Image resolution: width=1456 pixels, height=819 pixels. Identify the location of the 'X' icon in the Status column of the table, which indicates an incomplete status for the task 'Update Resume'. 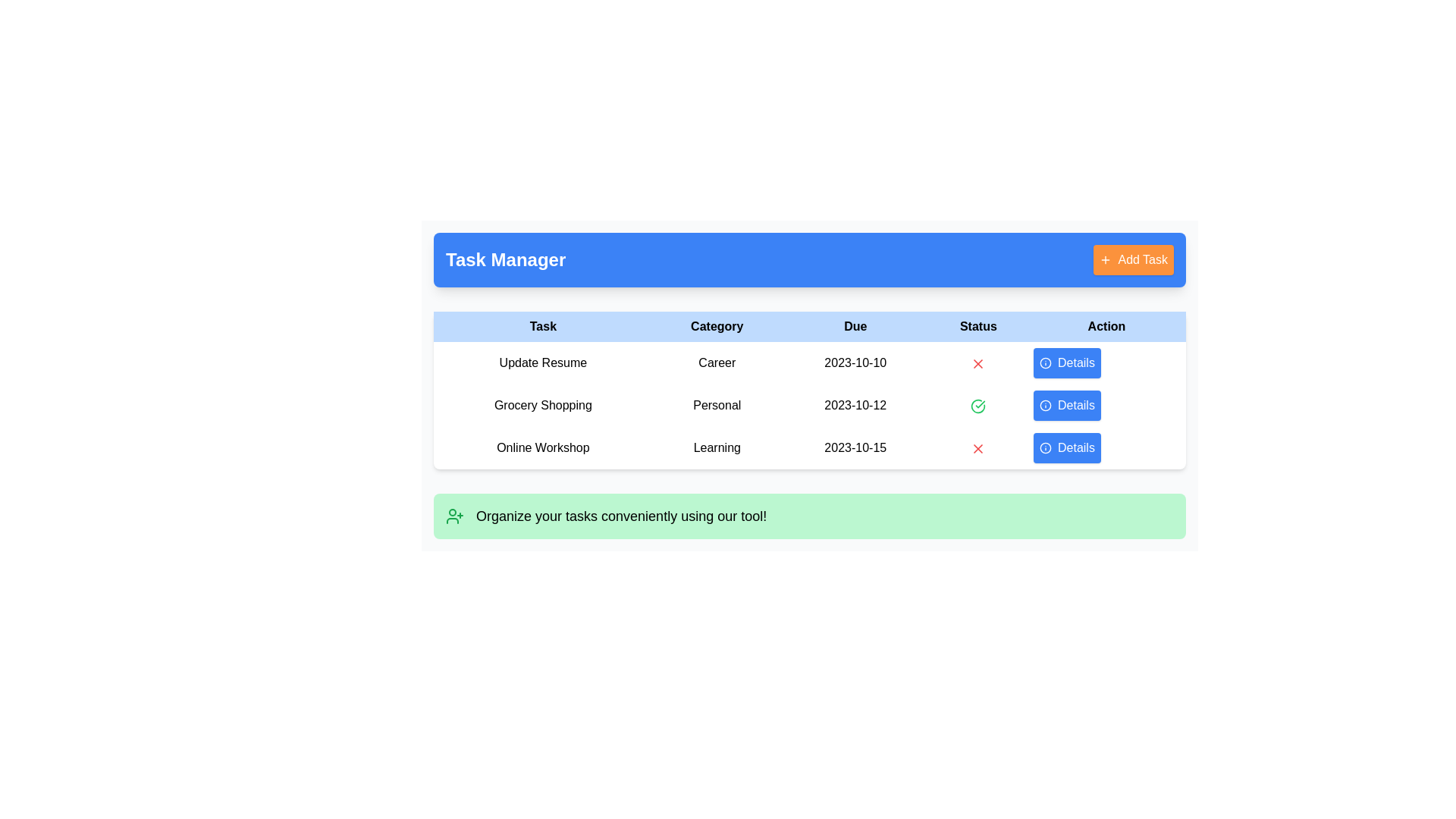
(978, 363).